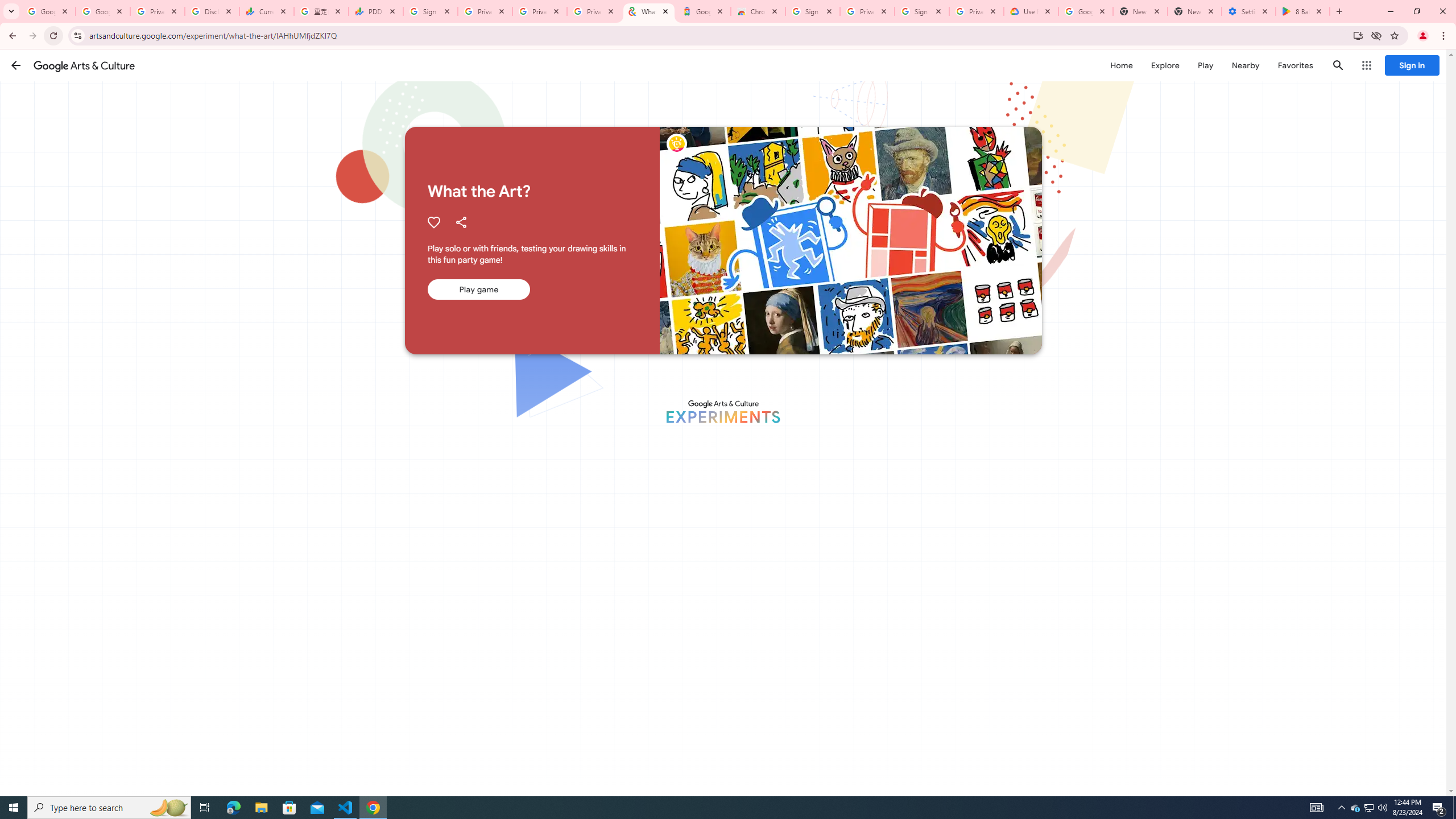 The image size is (1456, 819). Describe the element at coordinates (758, 11) in the screenshot. I see `'Chrome Web Store - Color themes by Chrome'` at that location.